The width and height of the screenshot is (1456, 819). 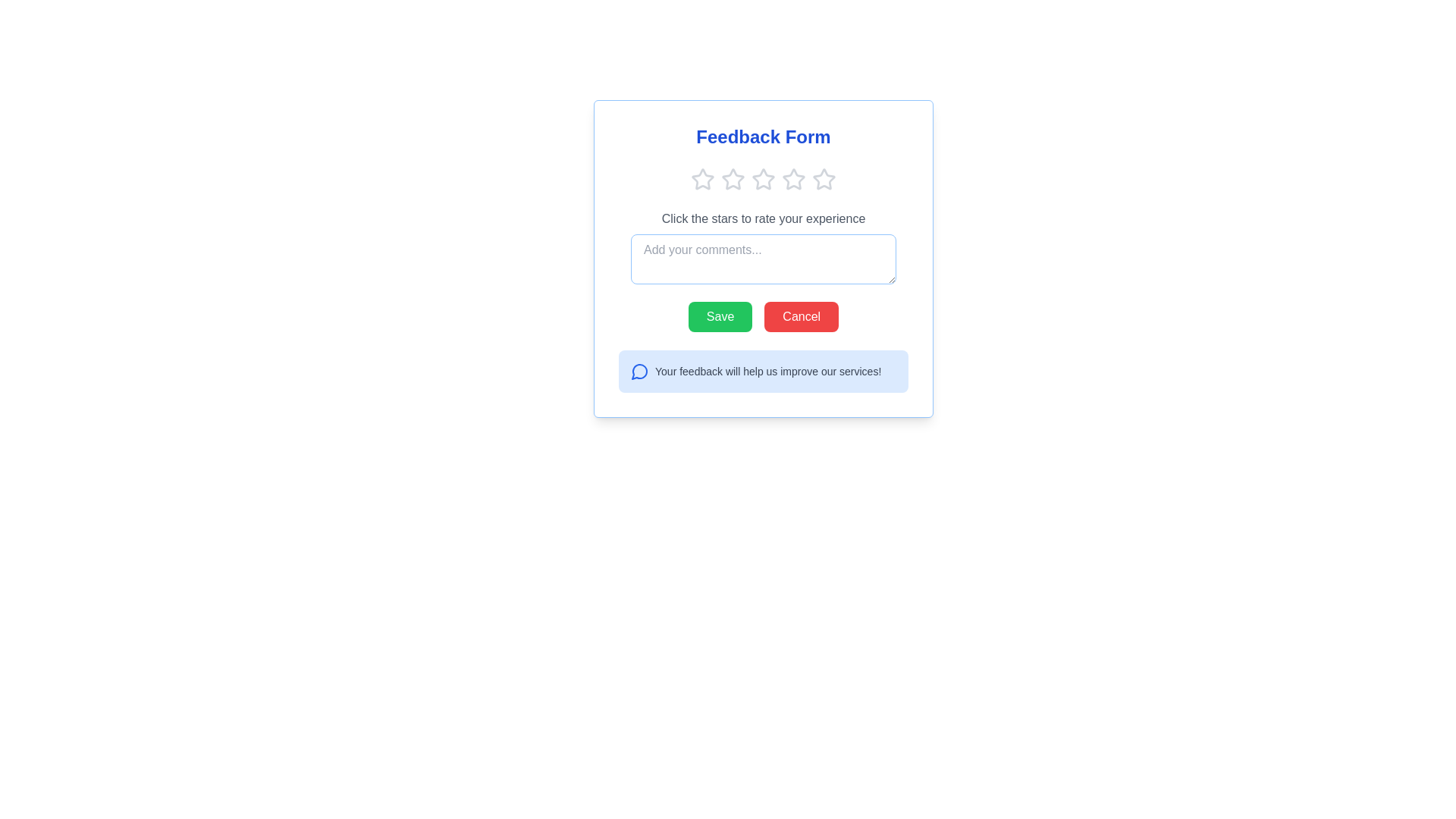 I want to click on the red 'Cancel' button with white text, so click(x=801, y=315).